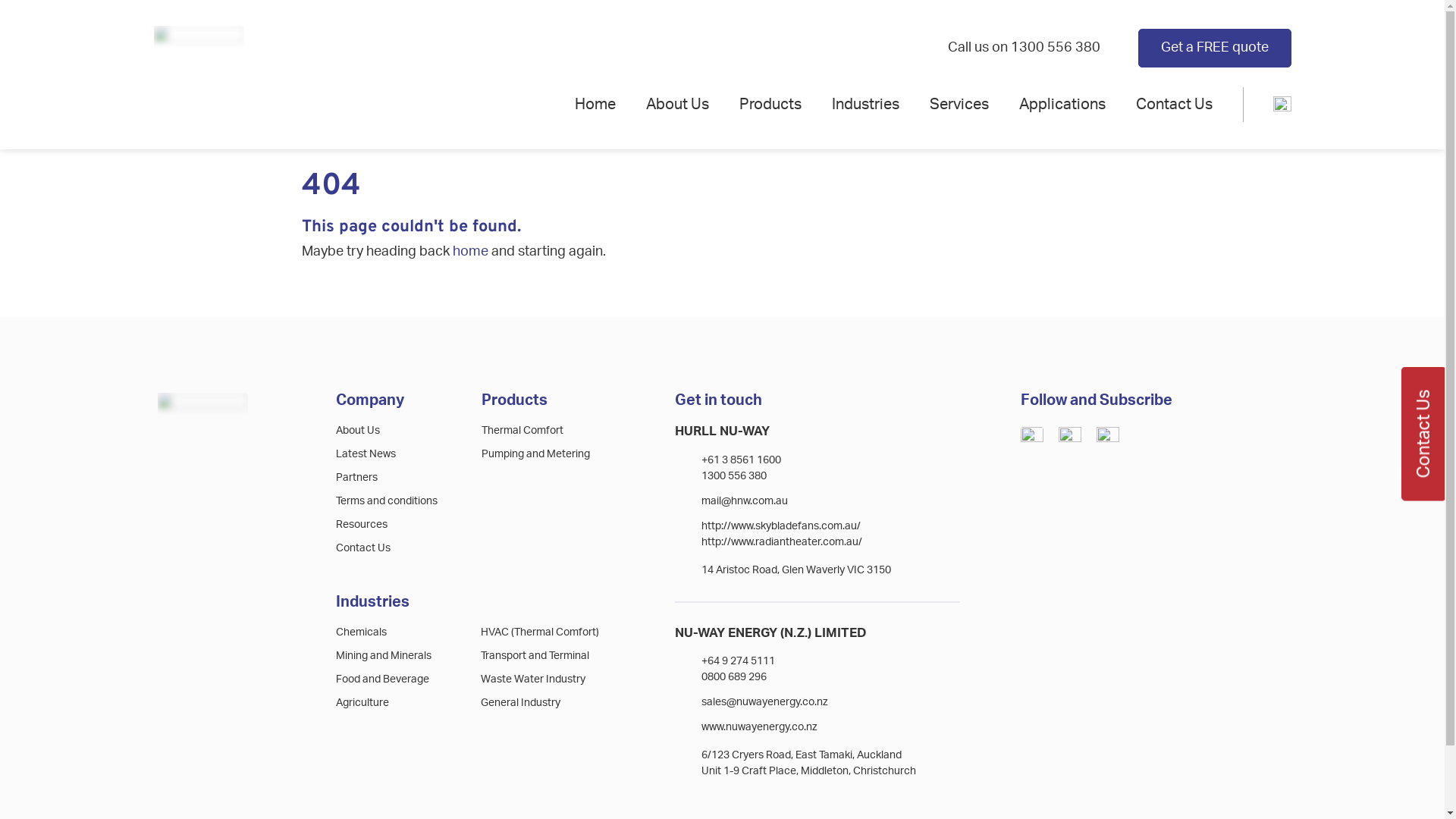  Describe the element at coordinates (759, 726) in the screenshot. I see `'www.nuwayenergy.co.nz'` at that location.